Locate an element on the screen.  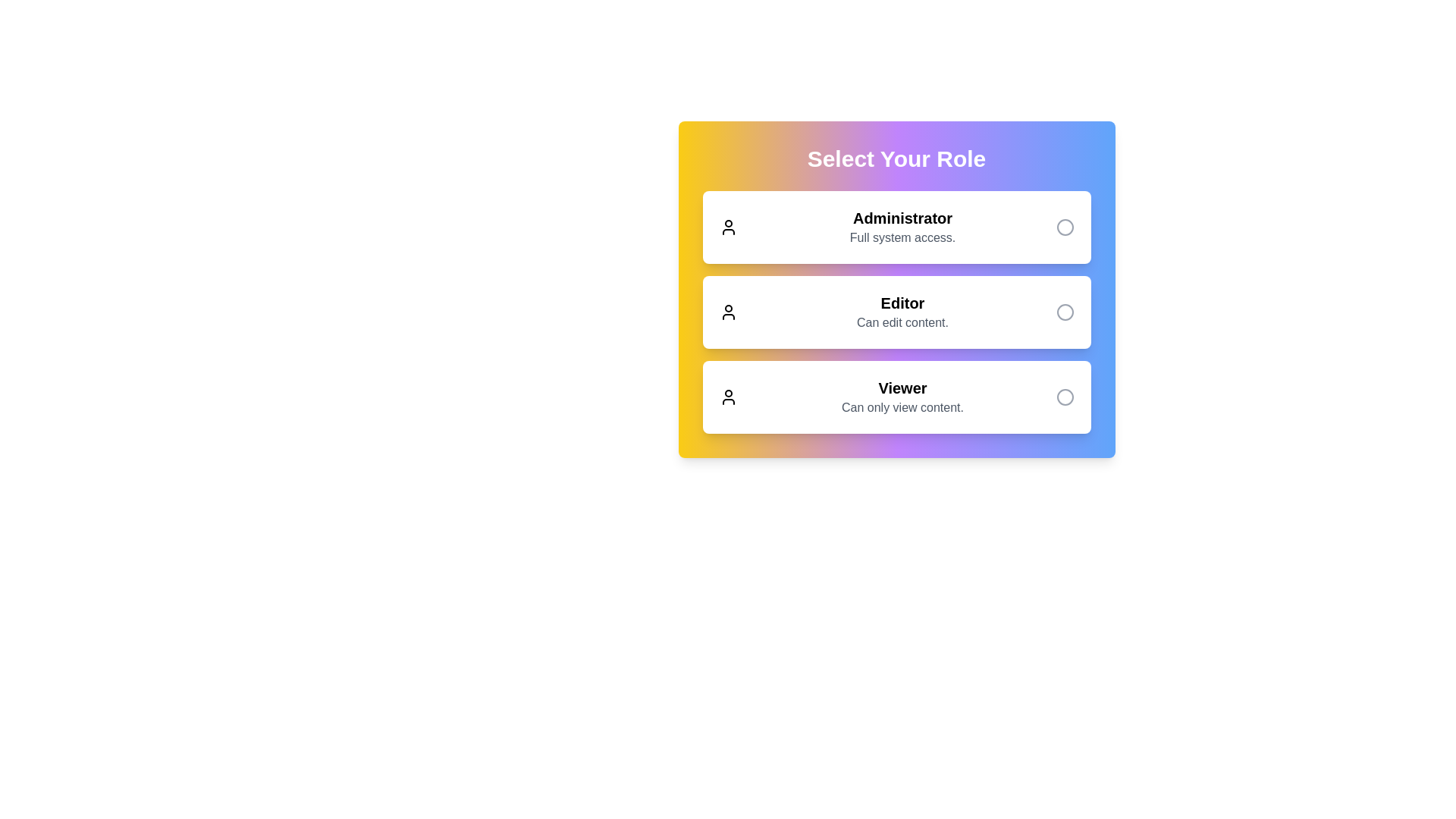
the second radio button labeled 'Editor' in the 'Select Your Role' selection area is located at coordinates (896, 312).